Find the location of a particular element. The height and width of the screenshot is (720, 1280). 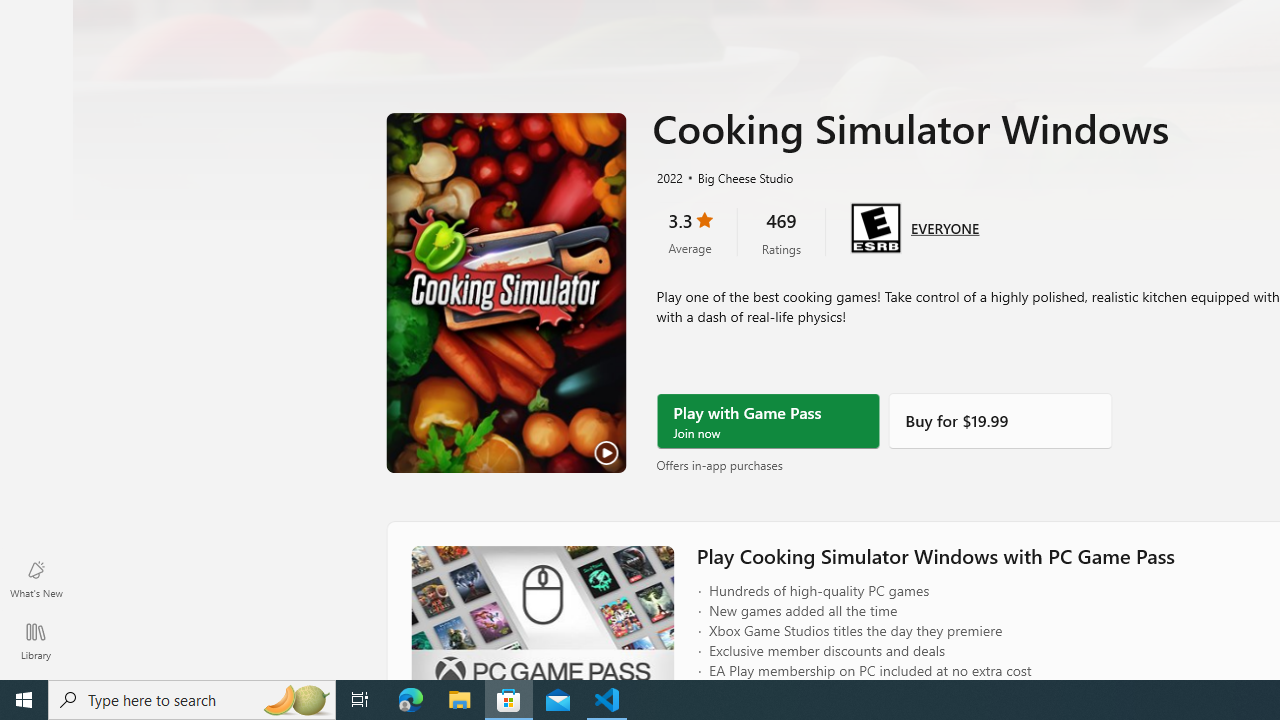

'Big Cheese Studio' is located at coordinates (736, 176).